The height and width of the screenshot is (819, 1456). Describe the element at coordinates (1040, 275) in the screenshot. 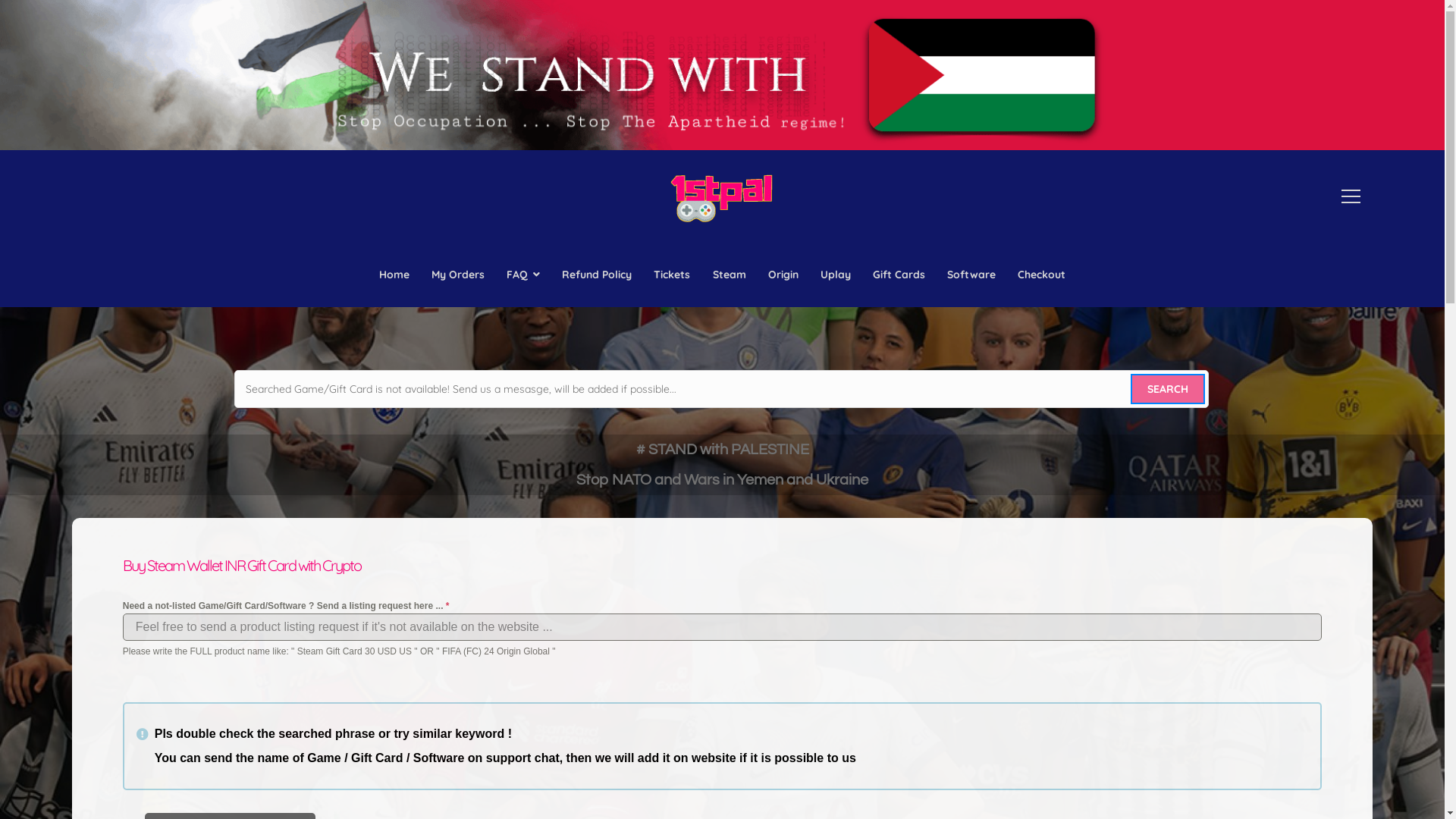

I see `'Checkout'` at that location.